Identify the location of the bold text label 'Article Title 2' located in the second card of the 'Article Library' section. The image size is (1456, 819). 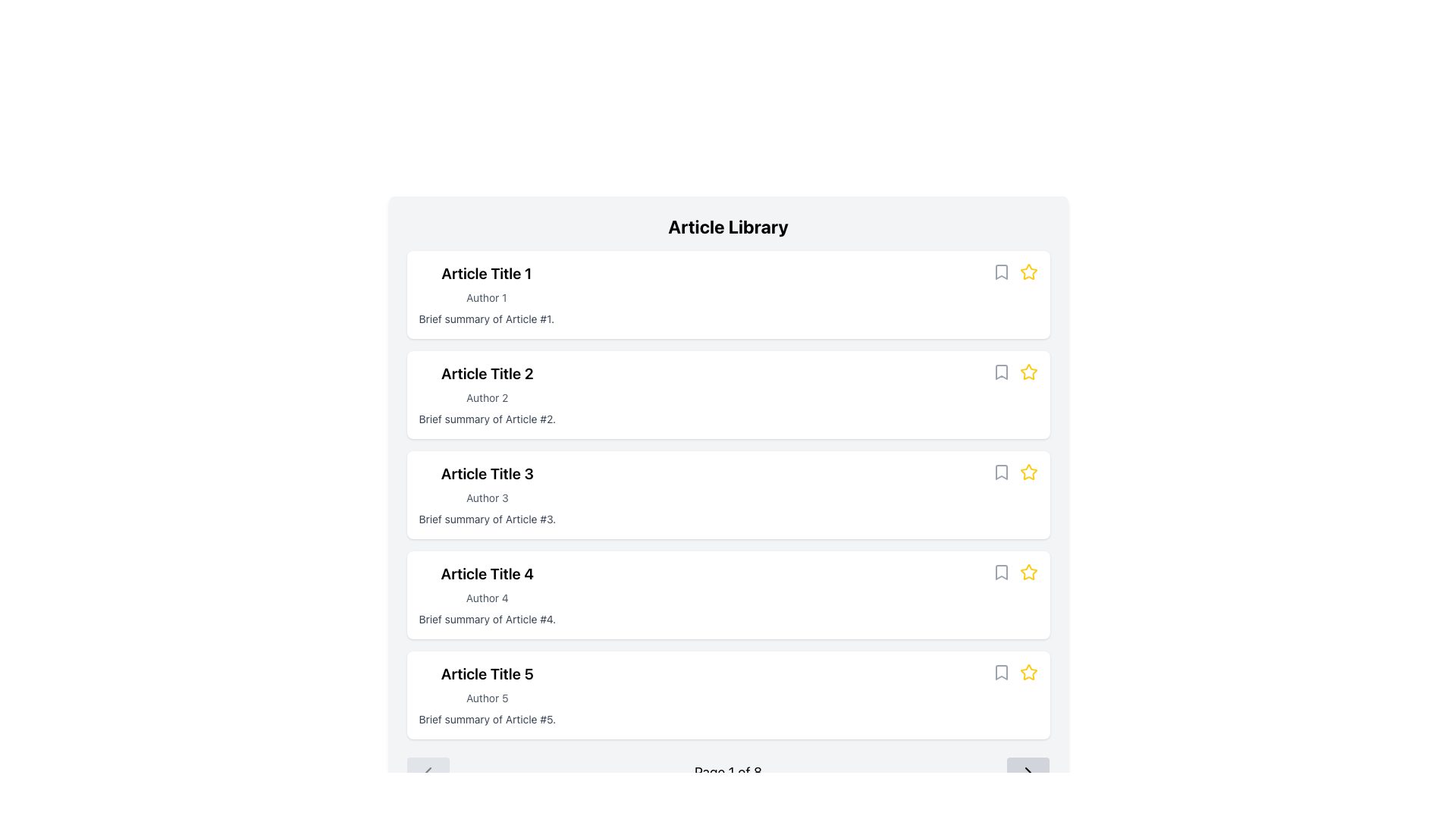
(487, 374).